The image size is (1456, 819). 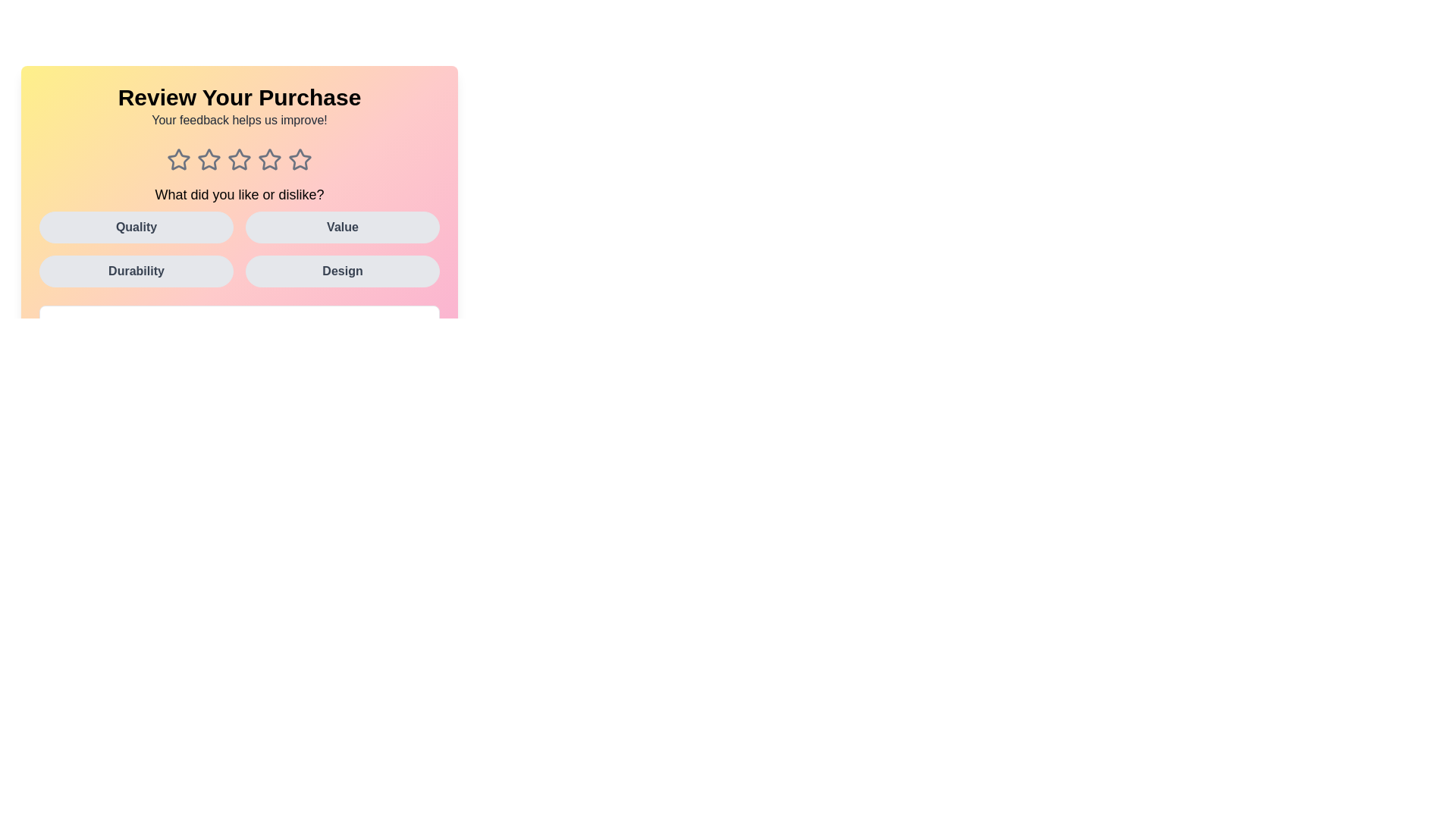 I want to click on text from the introduction Text Block at the top of the feedback form, which informs the user about the purpose of the displayed section, so click(x=239, y=106).